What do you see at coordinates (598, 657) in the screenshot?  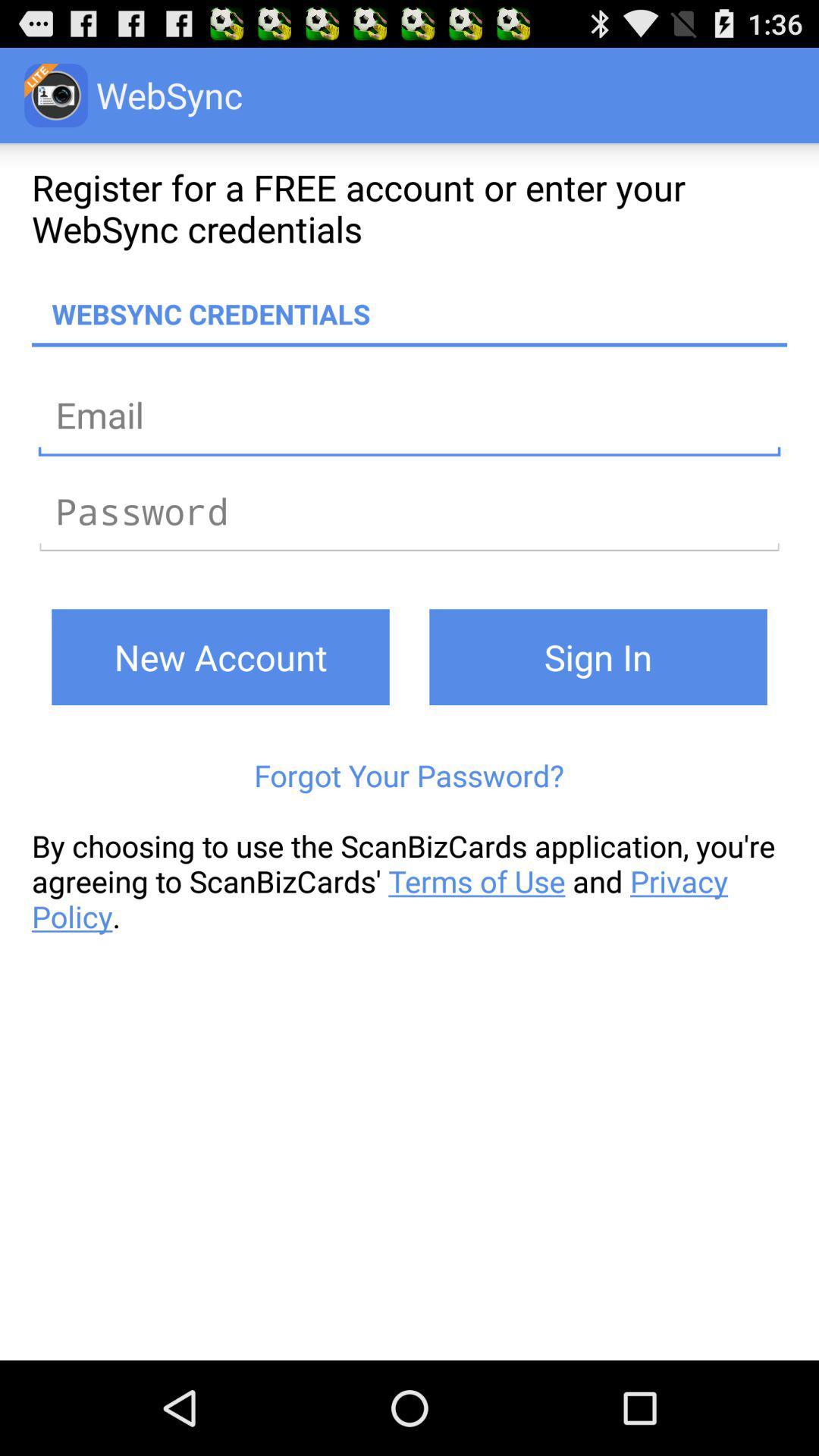 I see `the sign in icon` at bounding box center [598, 657].